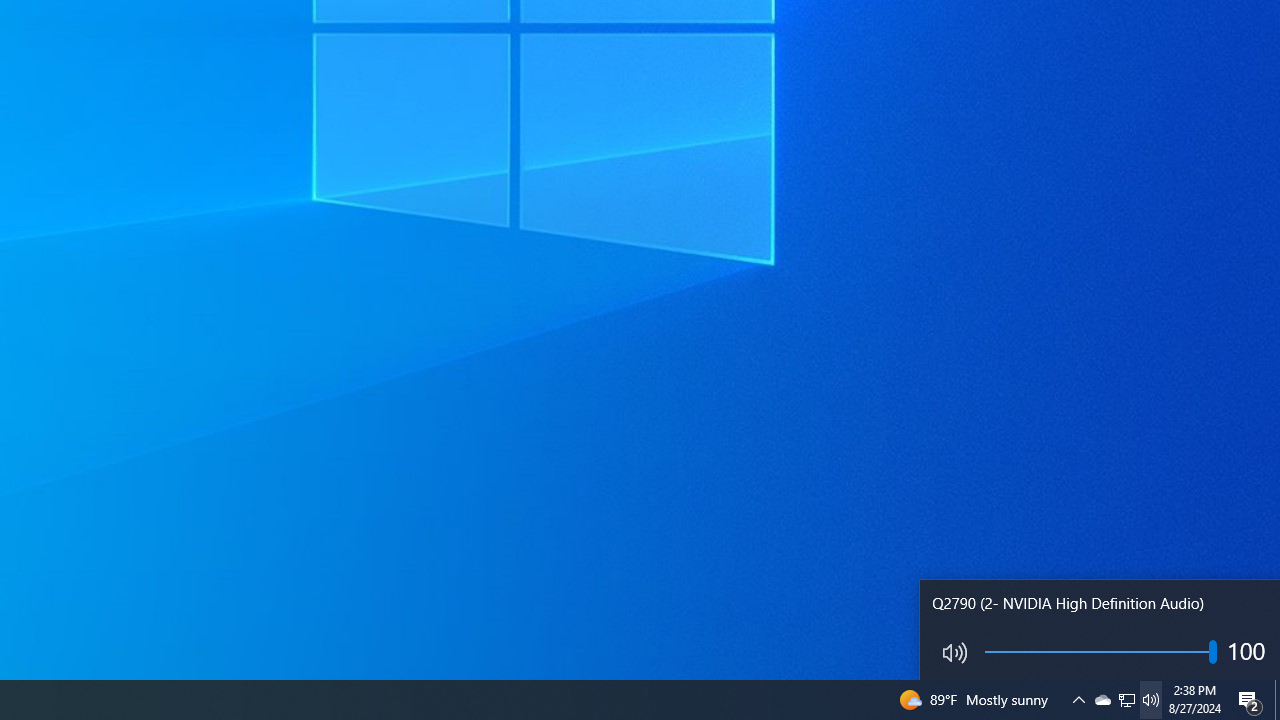 Image resolution: width=1280 pixels, height=720 pixels. I want to click on 'Mute toggle', so click(950, 652).